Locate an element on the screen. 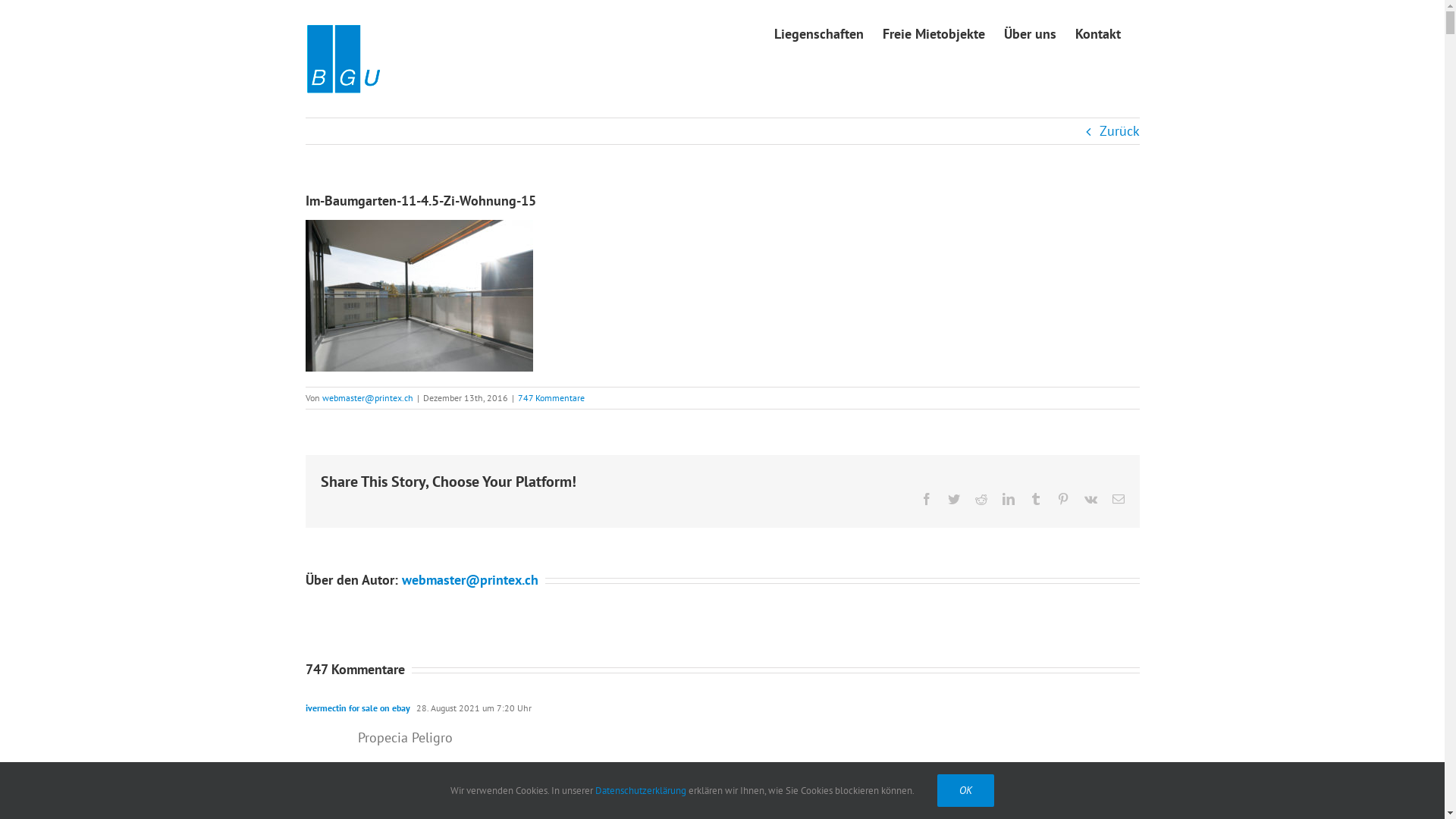 The width and height of the screenshot is (1456, 819). 'Reddit' is located at coordinates (981, 499).